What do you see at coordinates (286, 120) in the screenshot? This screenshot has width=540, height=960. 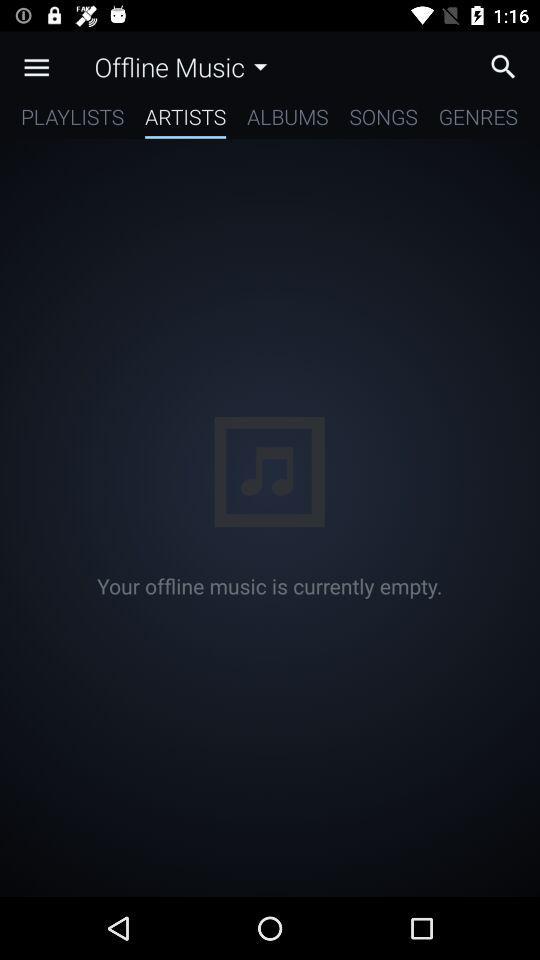 I see `the text beside artists` at bounding box center [286, 120].